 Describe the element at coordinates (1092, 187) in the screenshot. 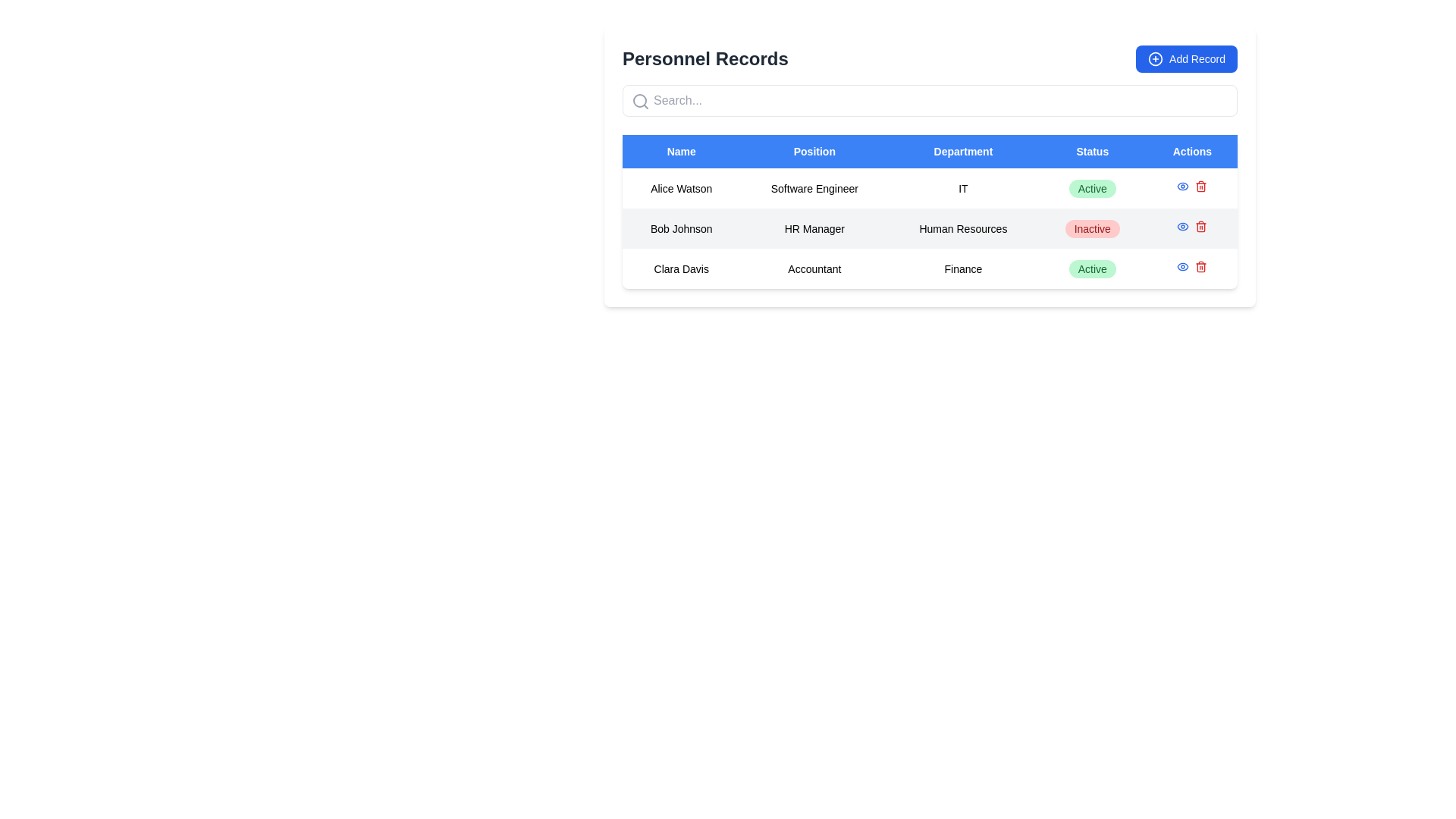

I see `the 'Active' badge label displayed in green on a light green background, located under the 'Status' column in the first row of the table` at that location.